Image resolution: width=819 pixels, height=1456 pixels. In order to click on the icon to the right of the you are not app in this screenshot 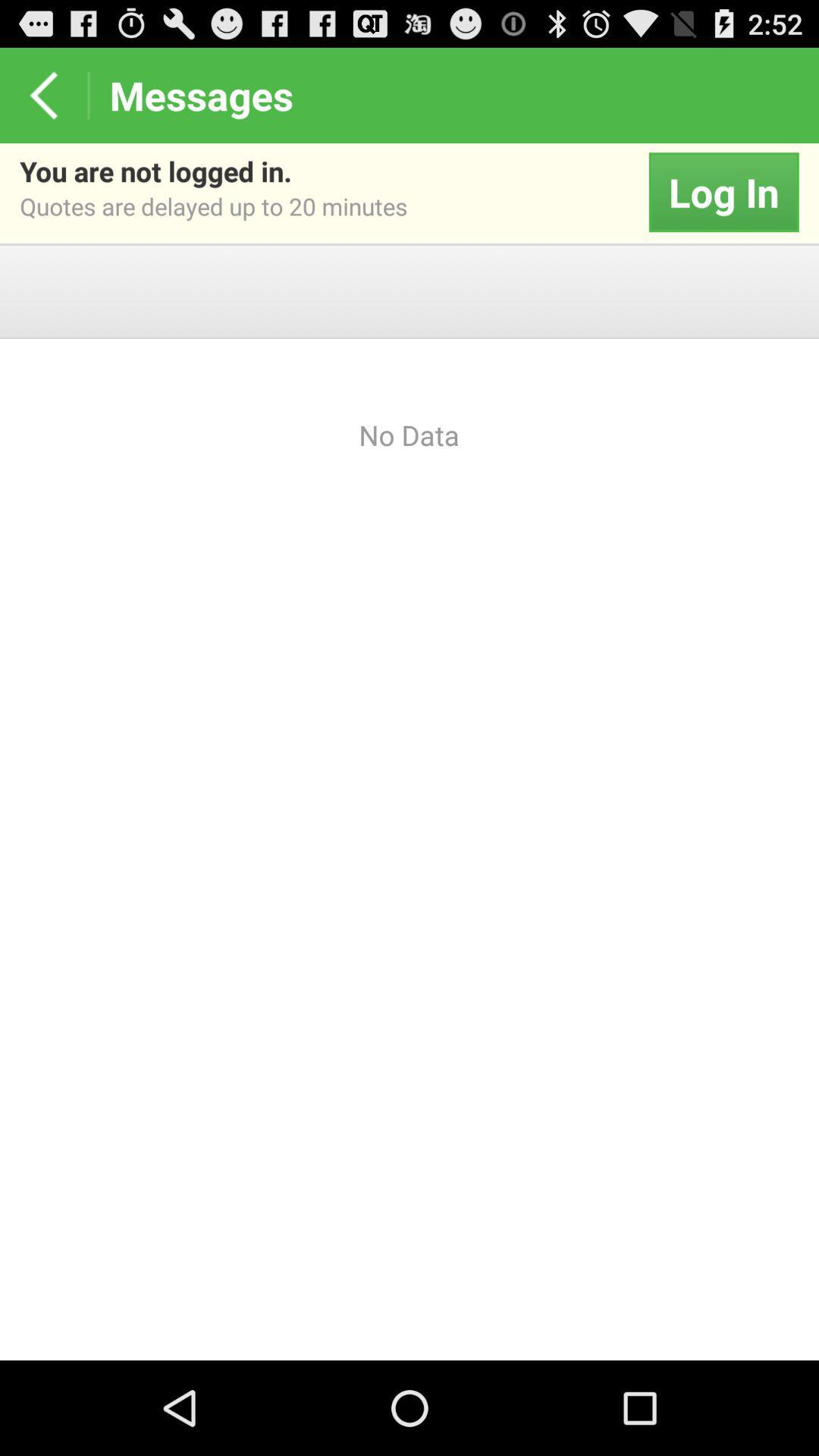, I will do `click(723, 192)`.